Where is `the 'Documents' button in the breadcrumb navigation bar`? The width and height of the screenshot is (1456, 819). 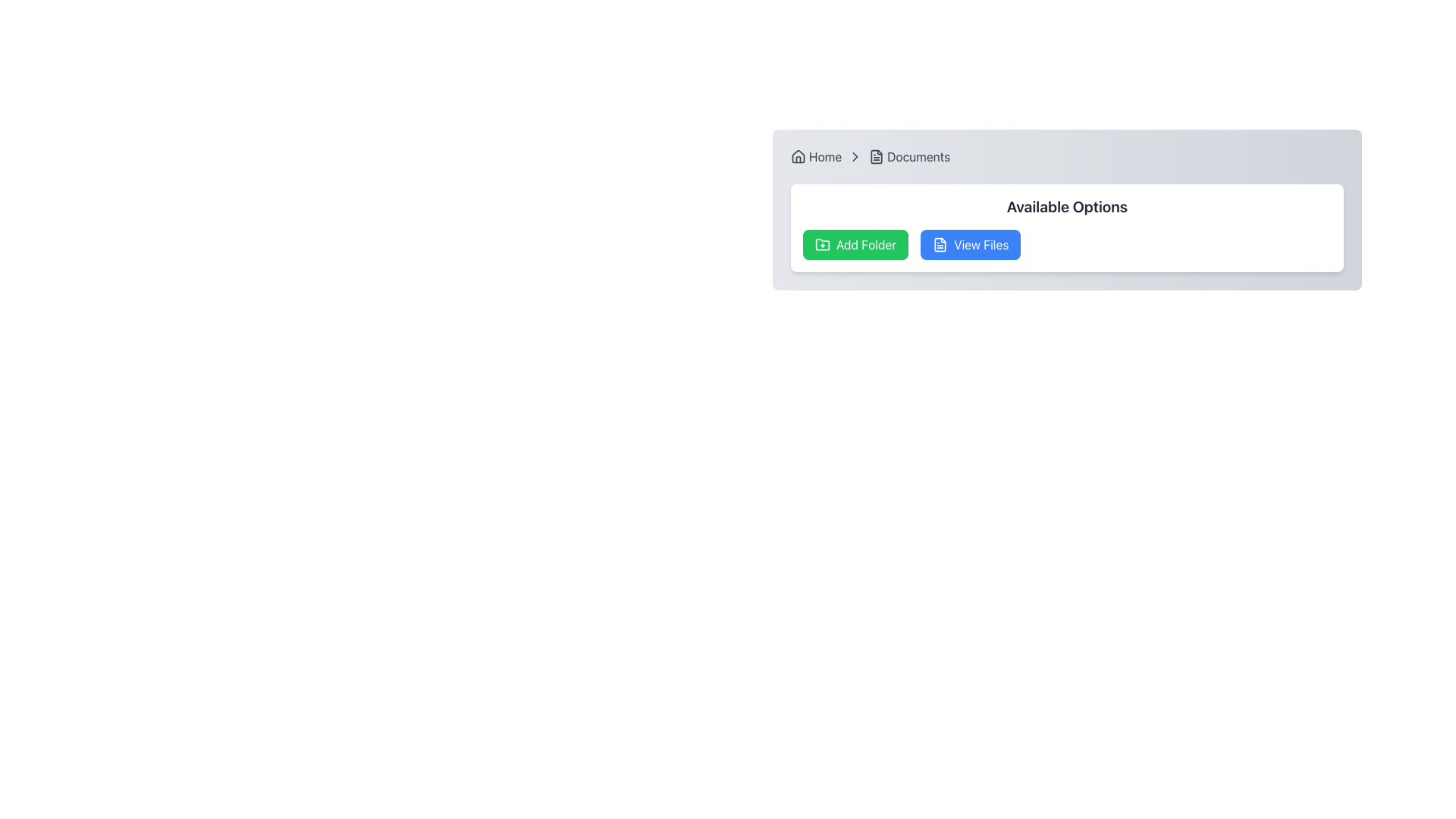
the 'Documents' button in the breadcrumb navigation bar is located at coordinates (909, 157).